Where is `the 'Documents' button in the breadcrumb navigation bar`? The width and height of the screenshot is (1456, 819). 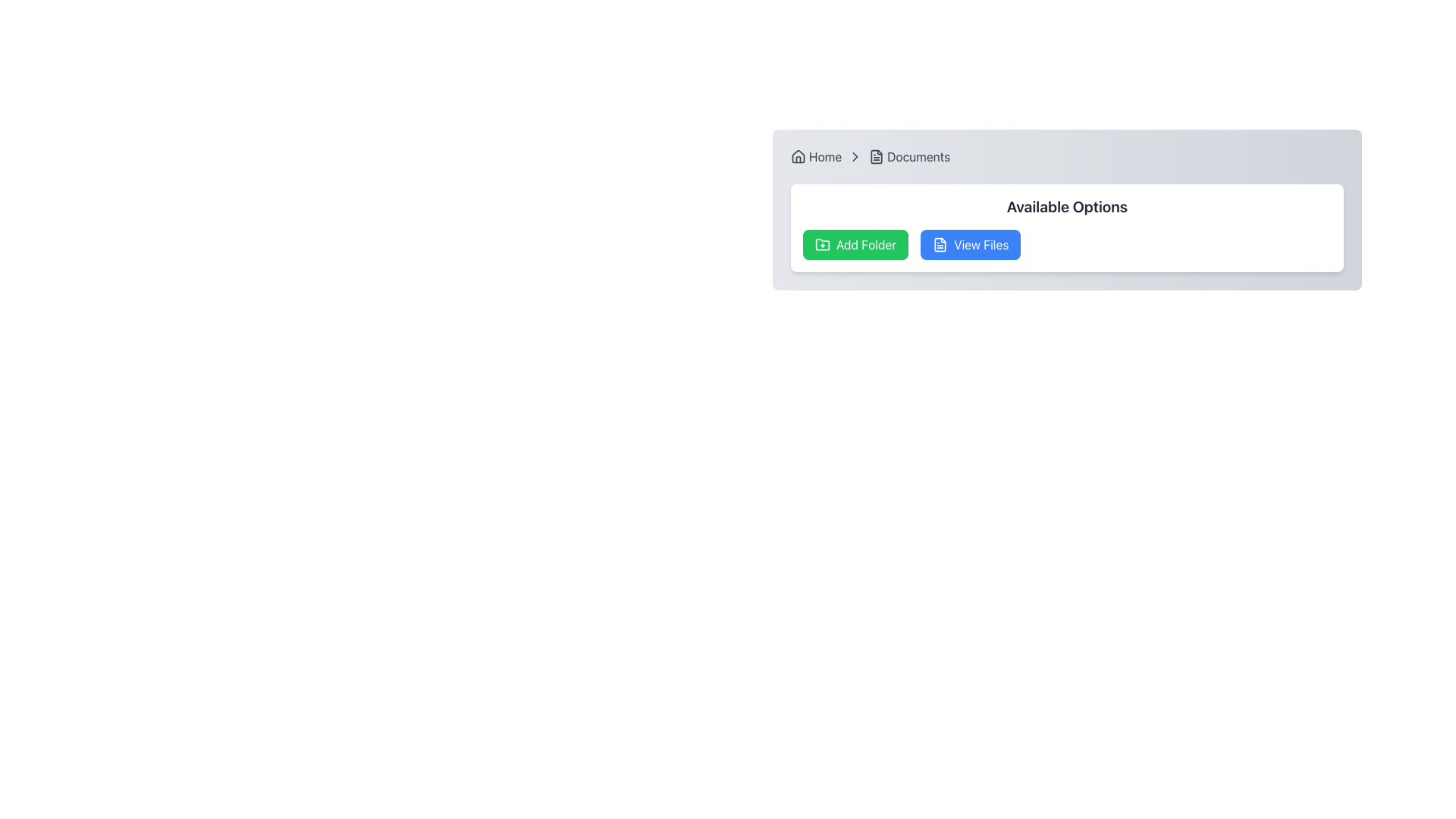
the 'Documents' button in the breadcrumb navigation bar is located at coordinates (909, 157).